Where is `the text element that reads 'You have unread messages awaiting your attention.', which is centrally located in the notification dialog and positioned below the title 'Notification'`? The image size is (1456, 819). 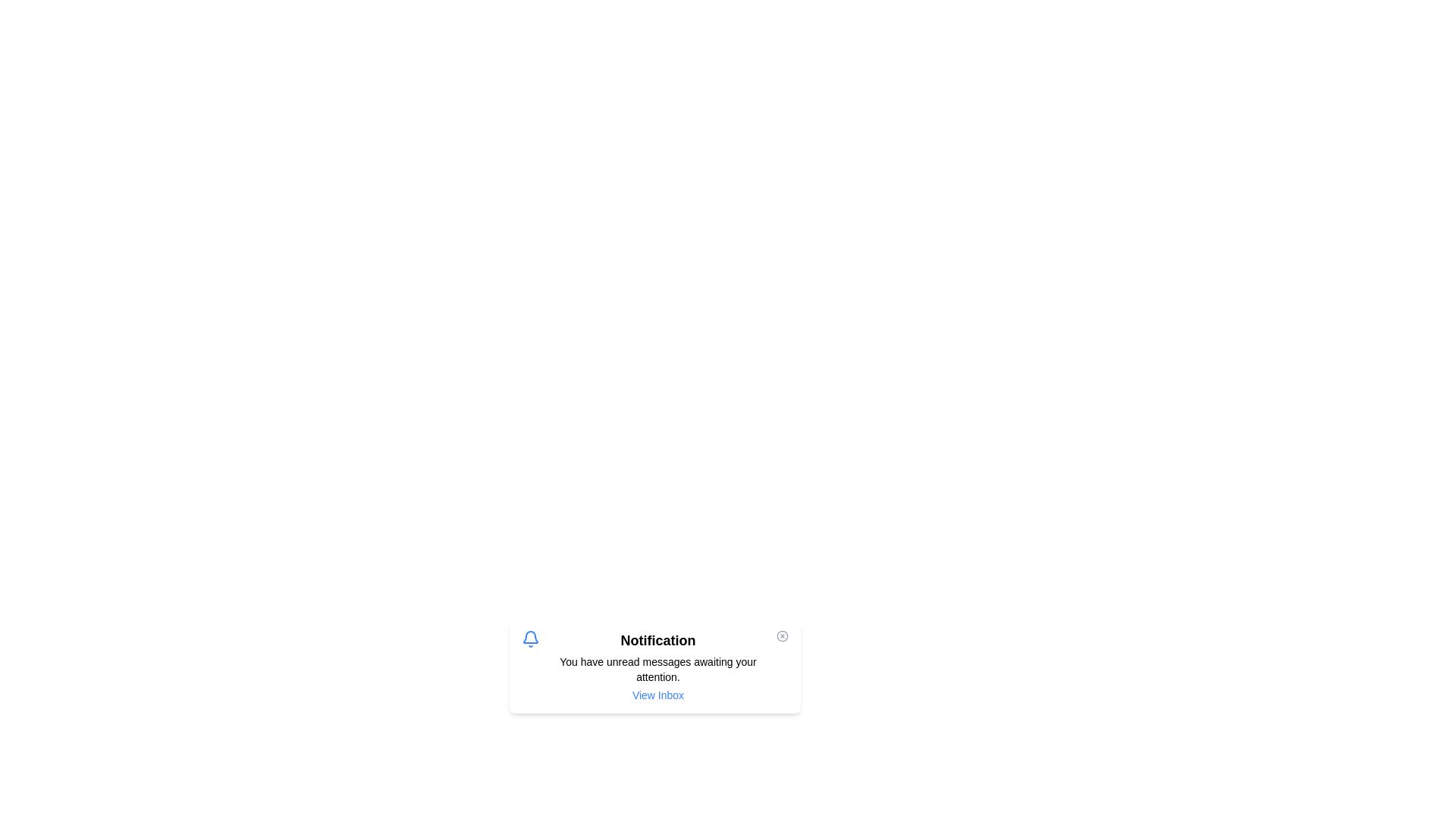
the text element that reads 'You have unread messages awaiting your attention.', which is centrally located in the notification dialog and positioned below the title 'Notification' is located at coordinates (658, 669).